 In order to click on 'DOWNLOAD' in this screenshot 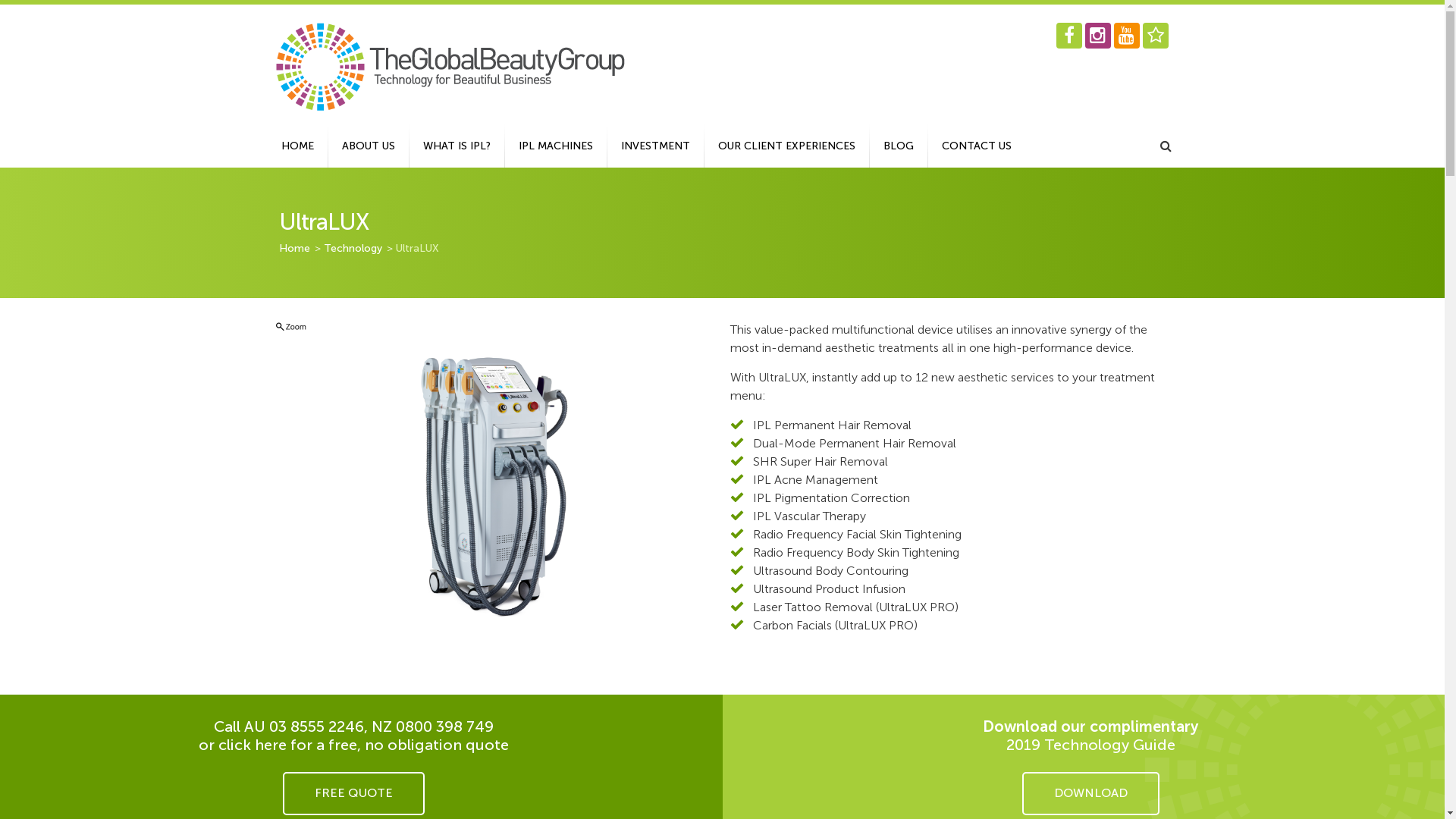, I will do `click(1090, 792)`.